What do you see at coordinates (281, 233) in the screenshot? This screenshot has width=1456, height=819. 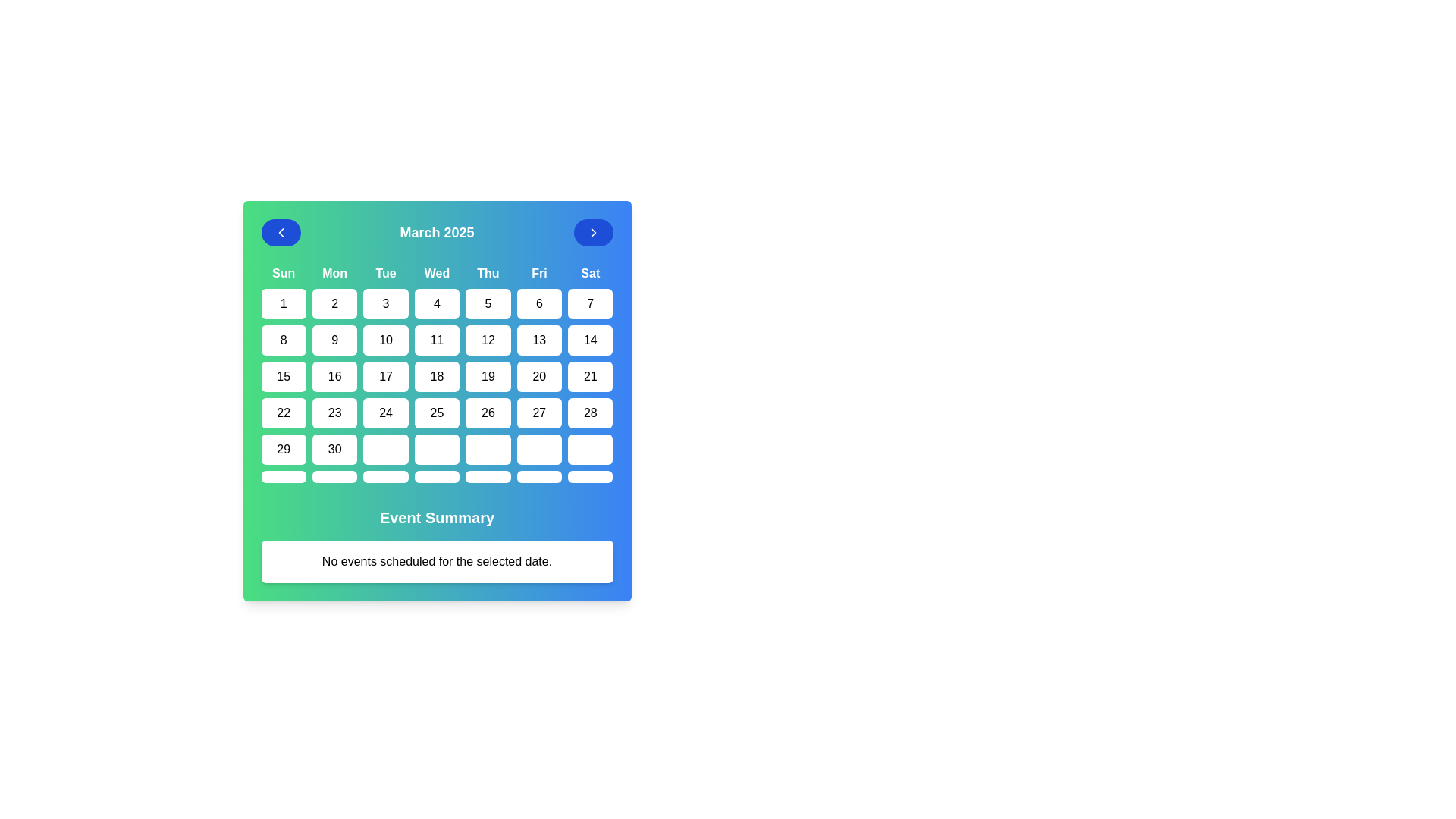 I see `the circular button with a left-pointing chevron icon in white color on a blue background` at bounding box center [281, 233].